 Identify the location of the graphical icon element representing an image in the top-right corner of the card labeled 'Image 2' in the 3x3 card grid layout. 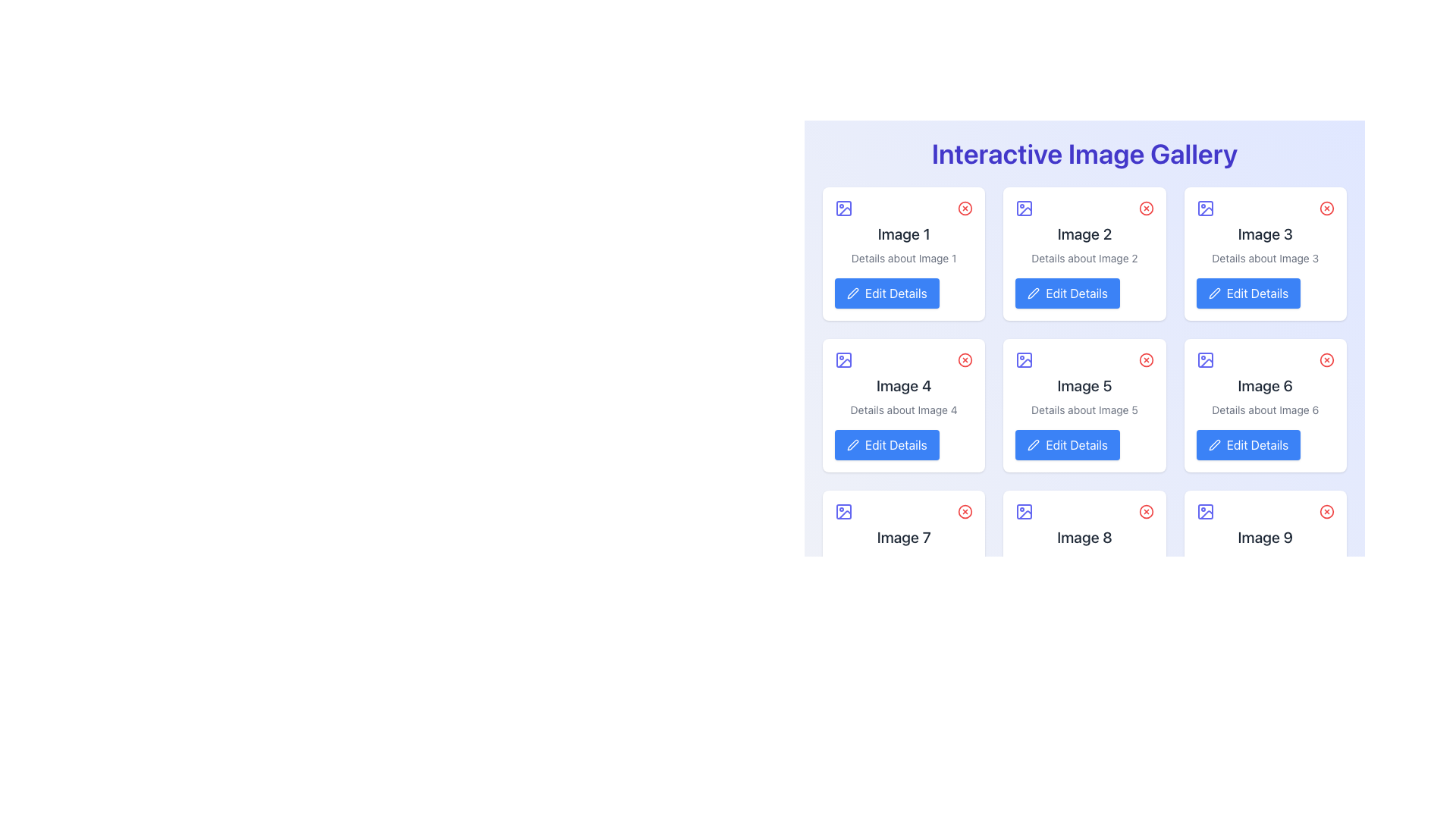
(1025, 208).